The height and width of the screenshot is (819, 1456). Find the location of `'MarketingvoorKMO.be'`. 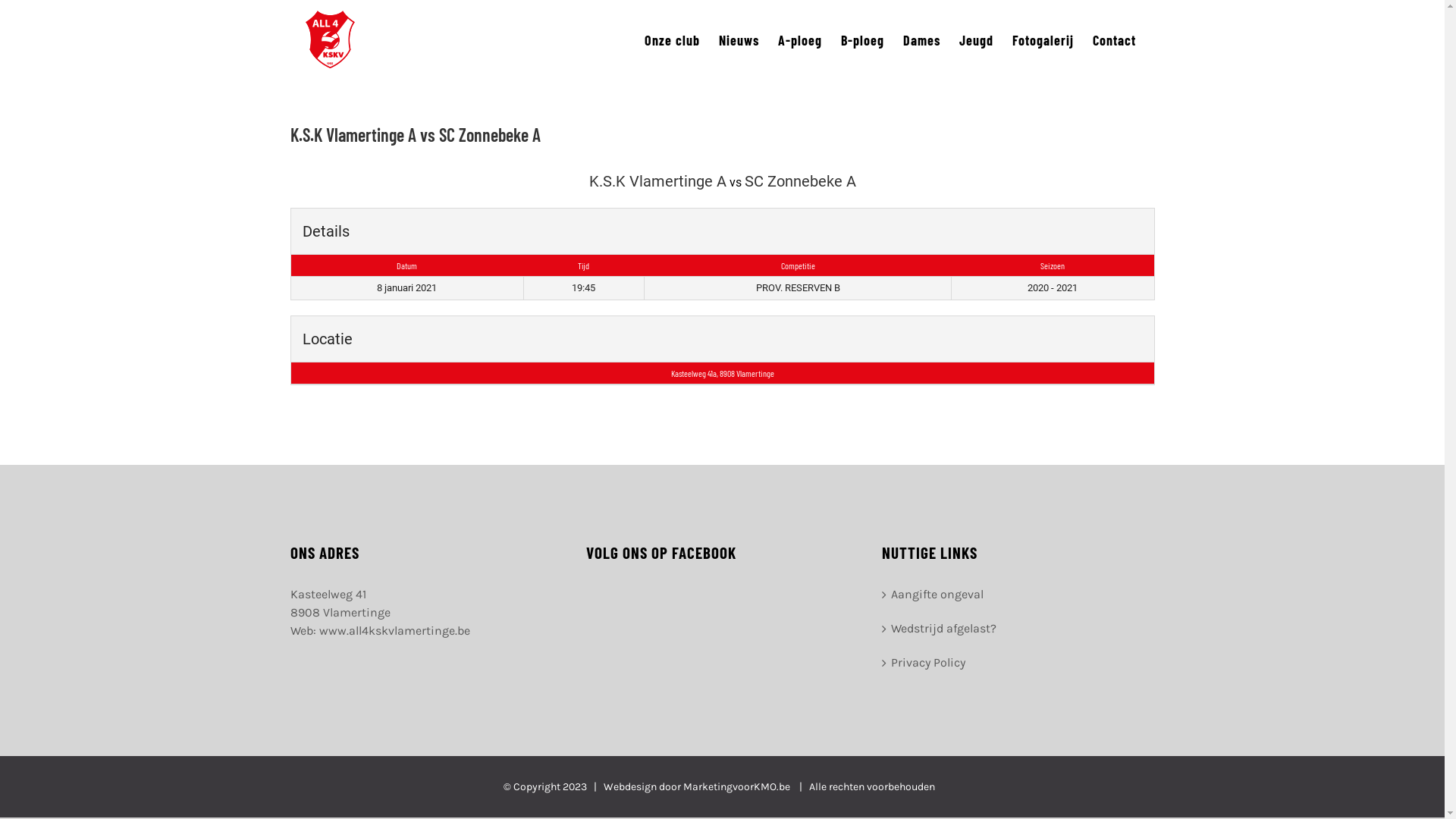

'MarketingvoorKMO.be' is located at coordinates (736, 786).